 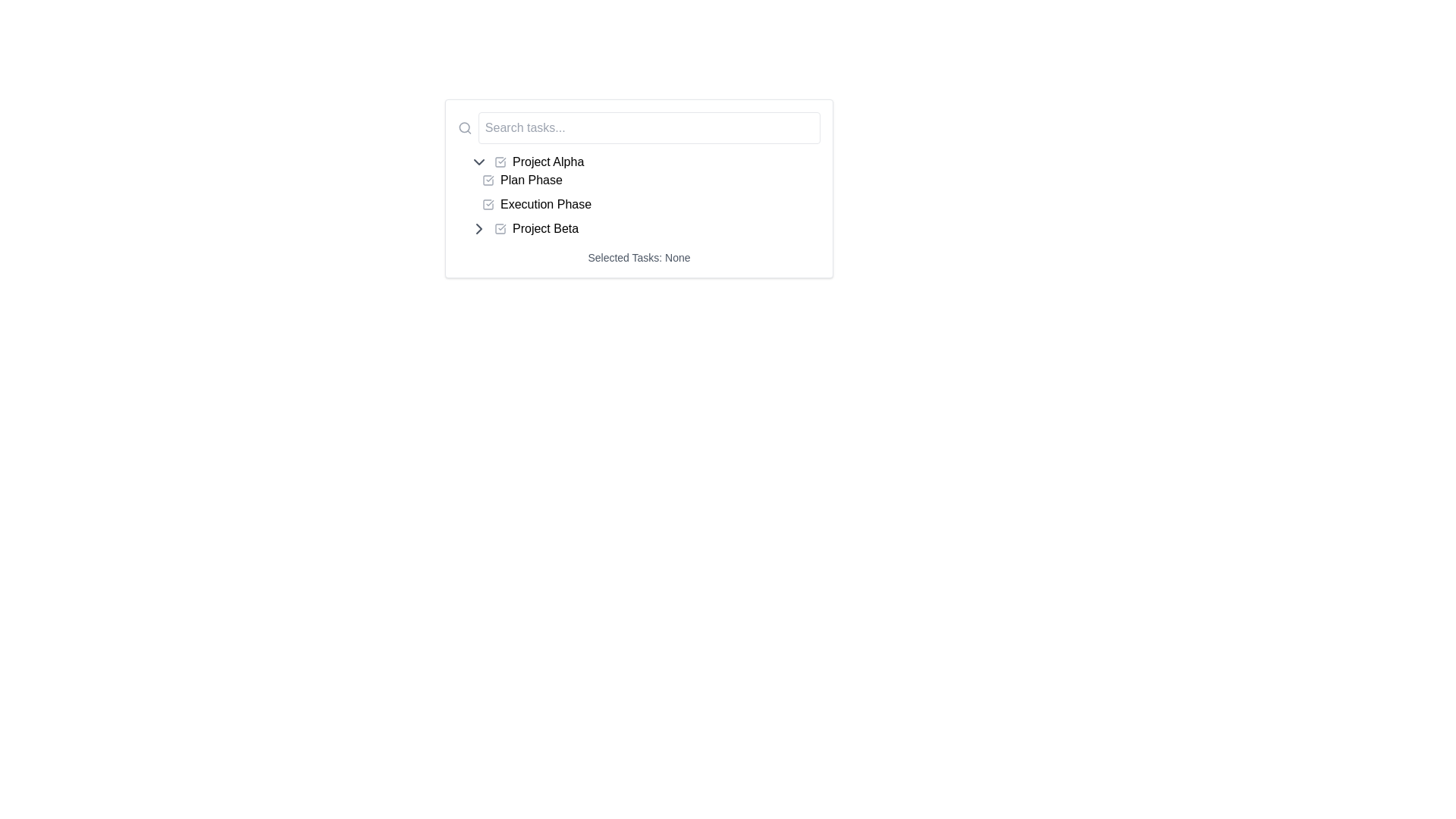 What do you see at coordinates (639, 188) in the screenshot?
I see `the list items within the project management interface` at bounding box center [639, 188].